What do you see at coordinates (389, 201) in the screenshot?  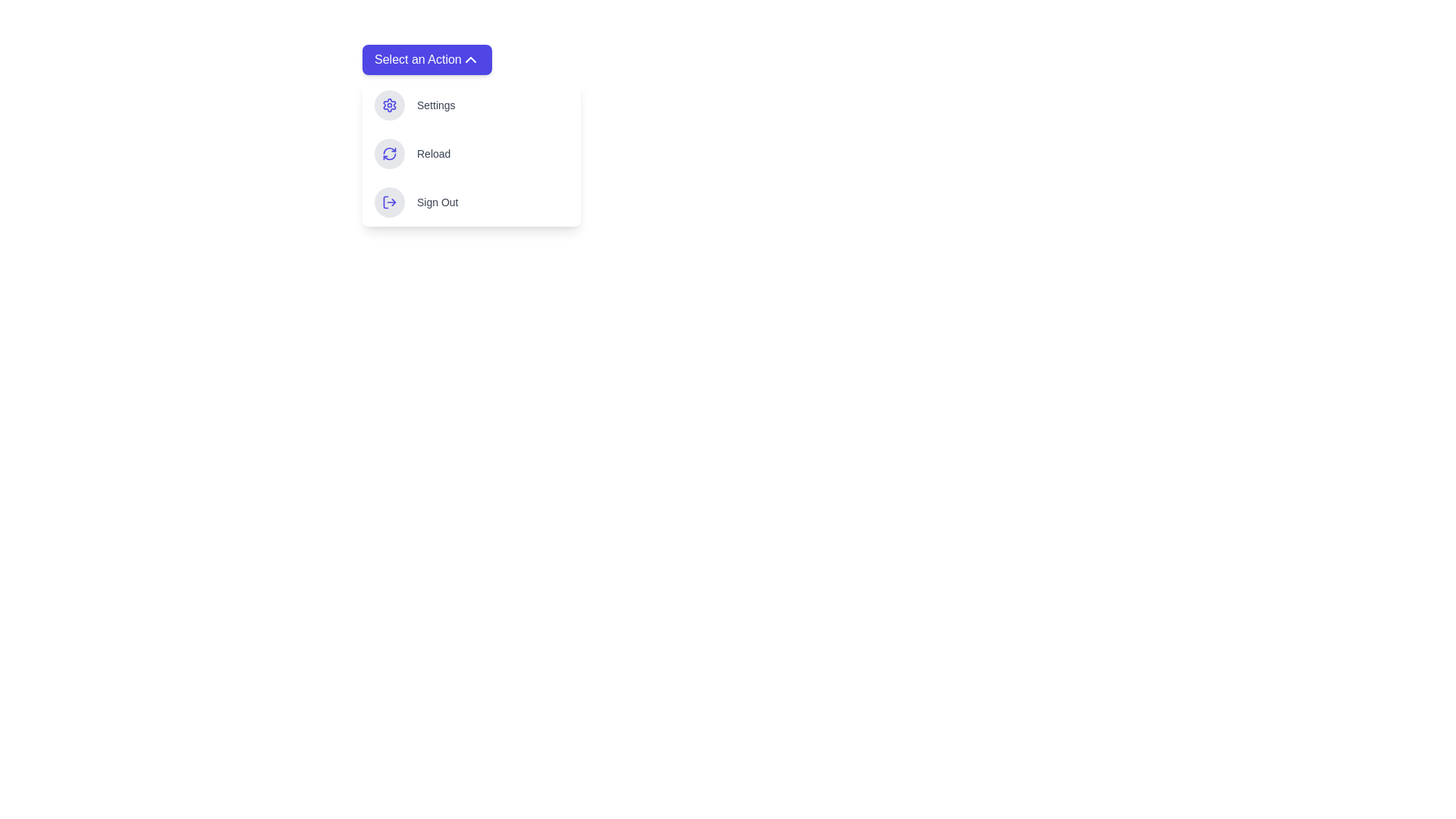 I see `the logout icon associated with the 'Sign Out' action in the dropdown menu under 'Select an Action'` at bounding box center [389, 201].